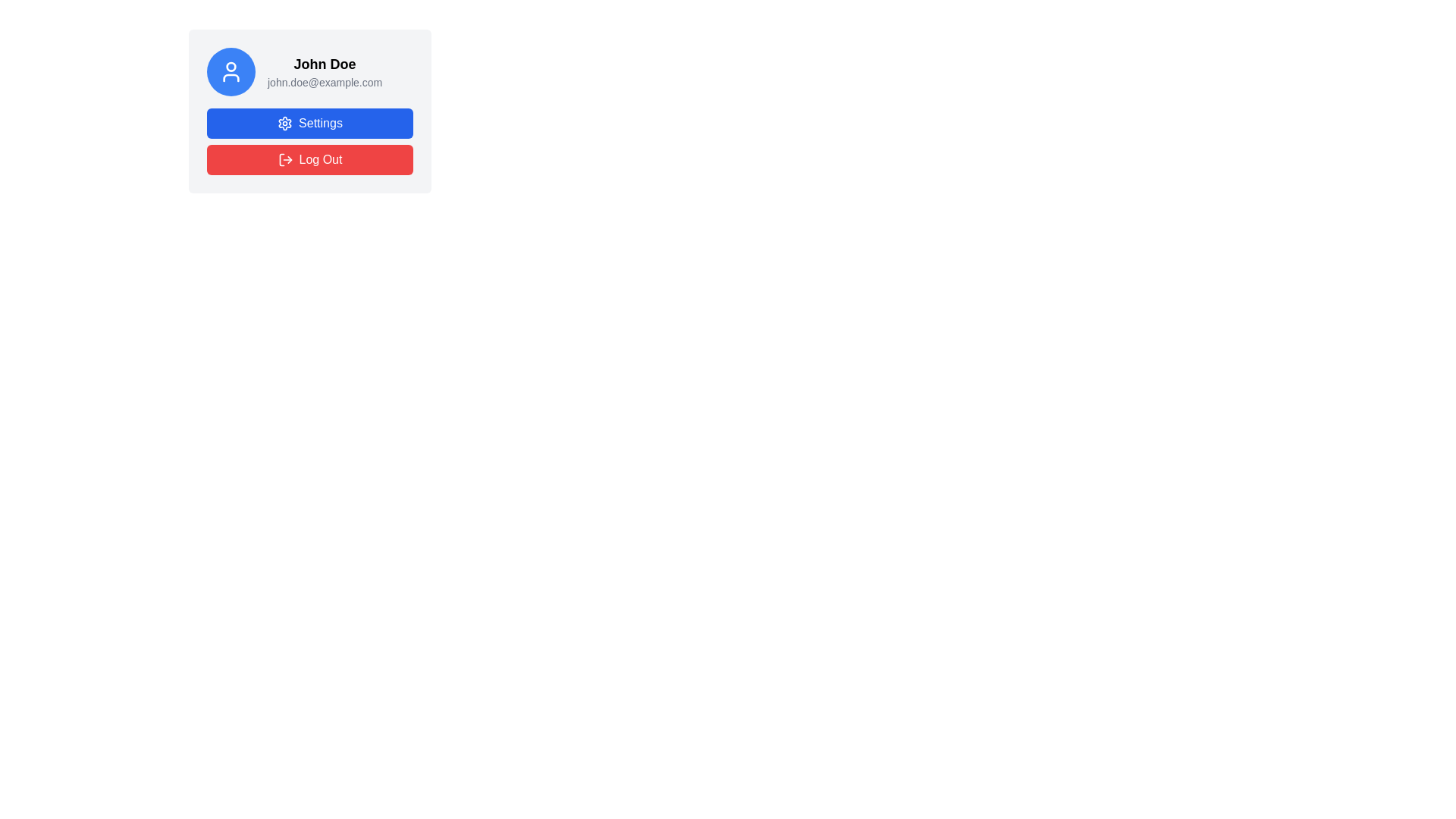 This screenshot has width=1456, height=819. I want to click on the decorative graphical element that forms the bottom part of a user icon, styled in white on a blue circular background, located at the top-left corner of the user profile panel, so click(231, 78).